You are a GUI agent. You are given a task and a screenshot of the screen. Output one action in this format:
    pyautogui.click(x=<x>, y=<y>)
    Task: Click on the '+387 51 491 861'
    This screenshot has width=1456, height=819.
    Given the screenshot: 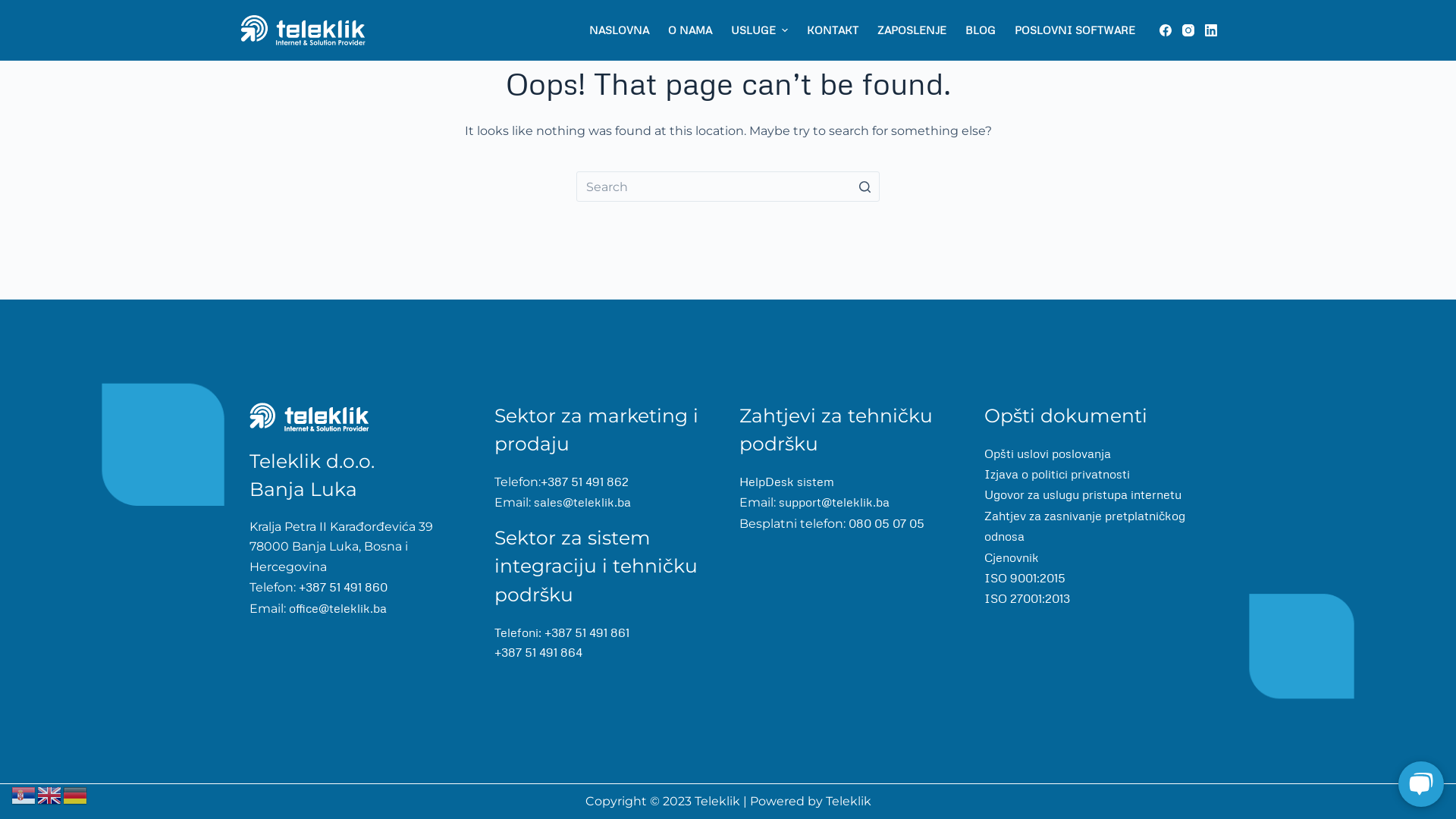 What is the action you would take?
    pyautogui.click(x=585, y=632)
    